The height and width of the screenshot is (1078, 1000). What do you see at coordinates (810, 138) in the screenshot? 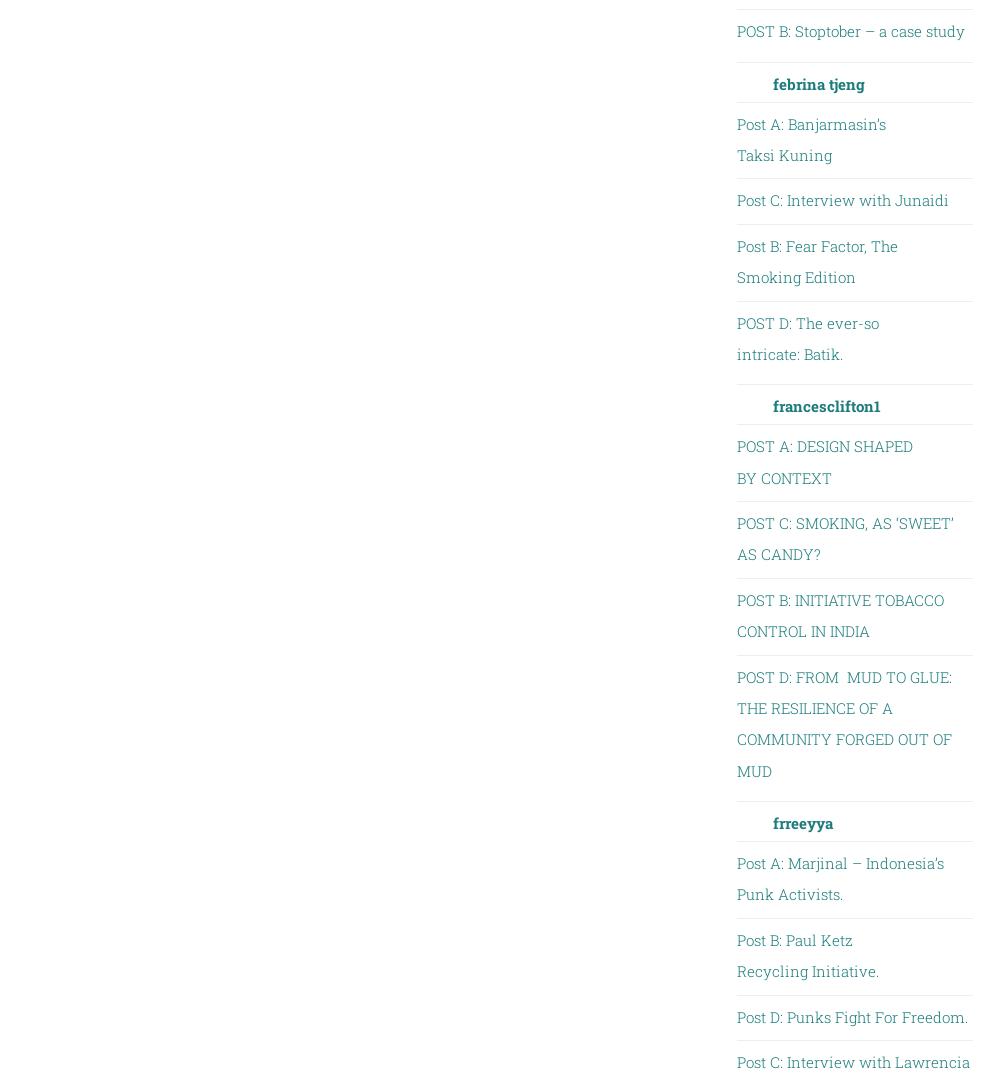
I see `'Post A: Banjarmasin’s Taksi Kuning'` at bounding box center [810, 138].